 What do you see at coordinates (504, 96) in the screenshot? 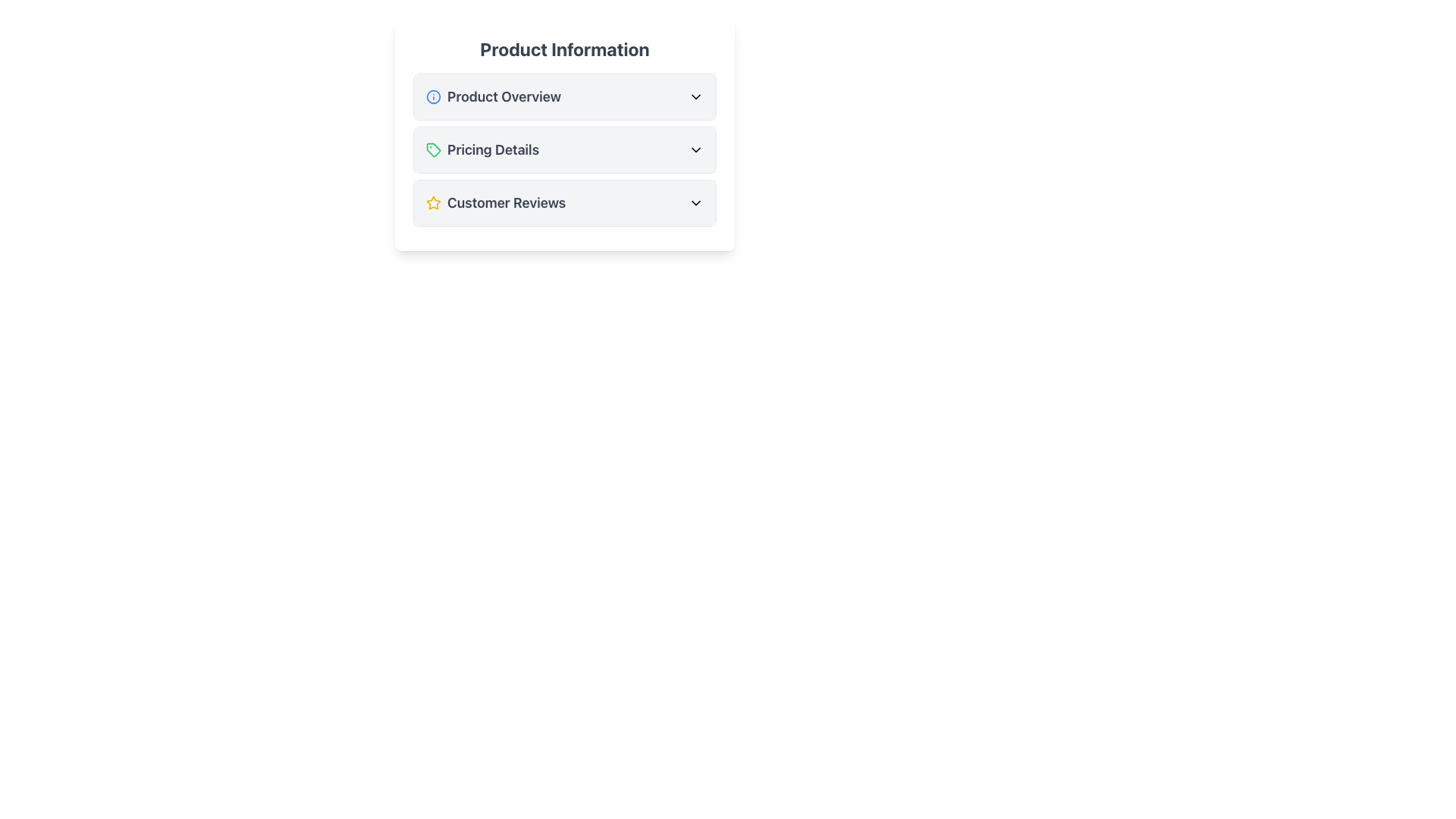
I see `the 'Product Overview' text label, which is styled in a large, bold, dark gray font and is the second item in the 'Product Information' section` at bounding box center [504, 96].